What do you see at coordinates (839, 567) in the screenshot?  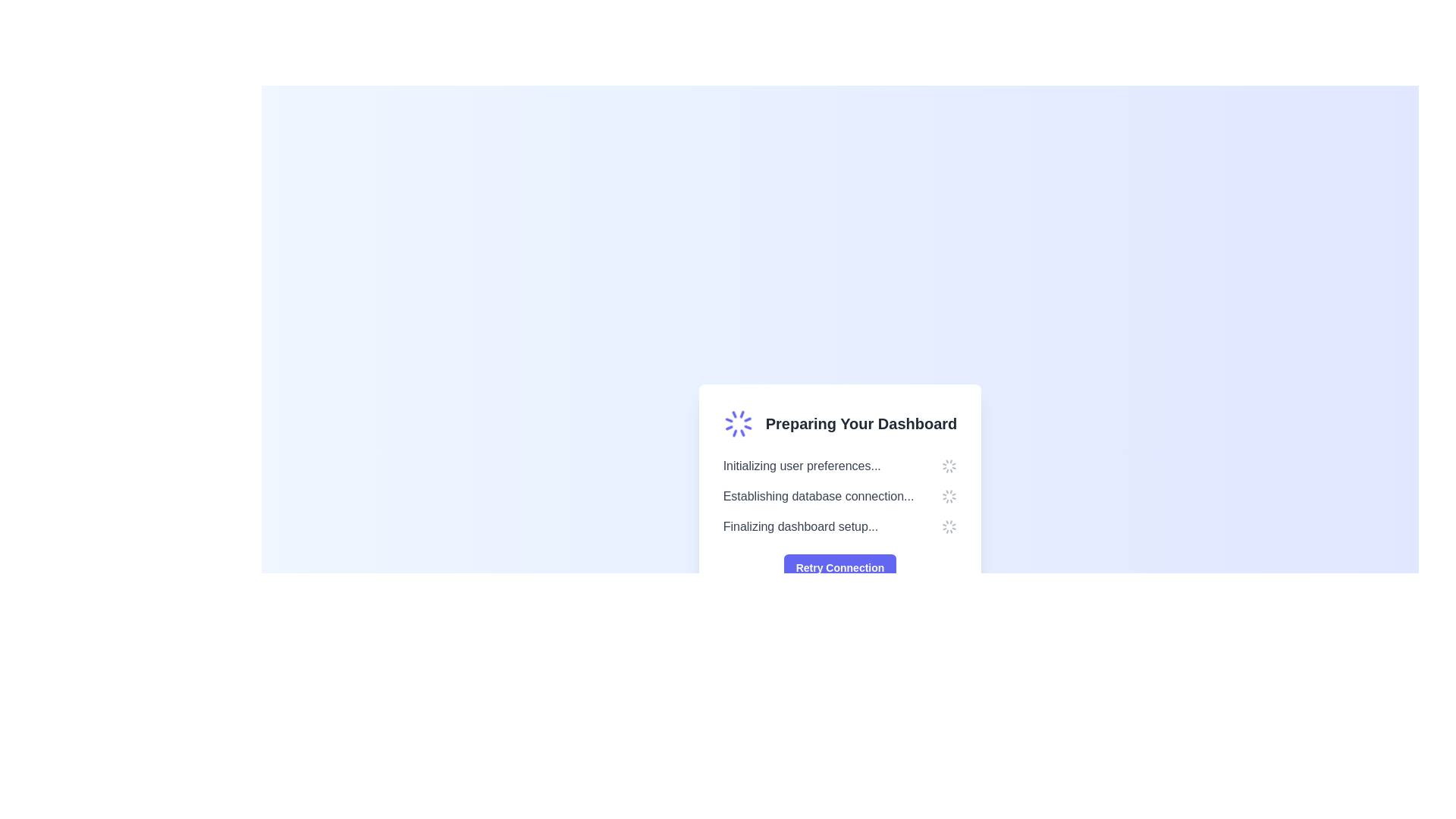 I see `the retry network connection button located at the bottom center of the card-like panel titled 'Preparing Your Dashboard'` at bounding box center [839, 567].